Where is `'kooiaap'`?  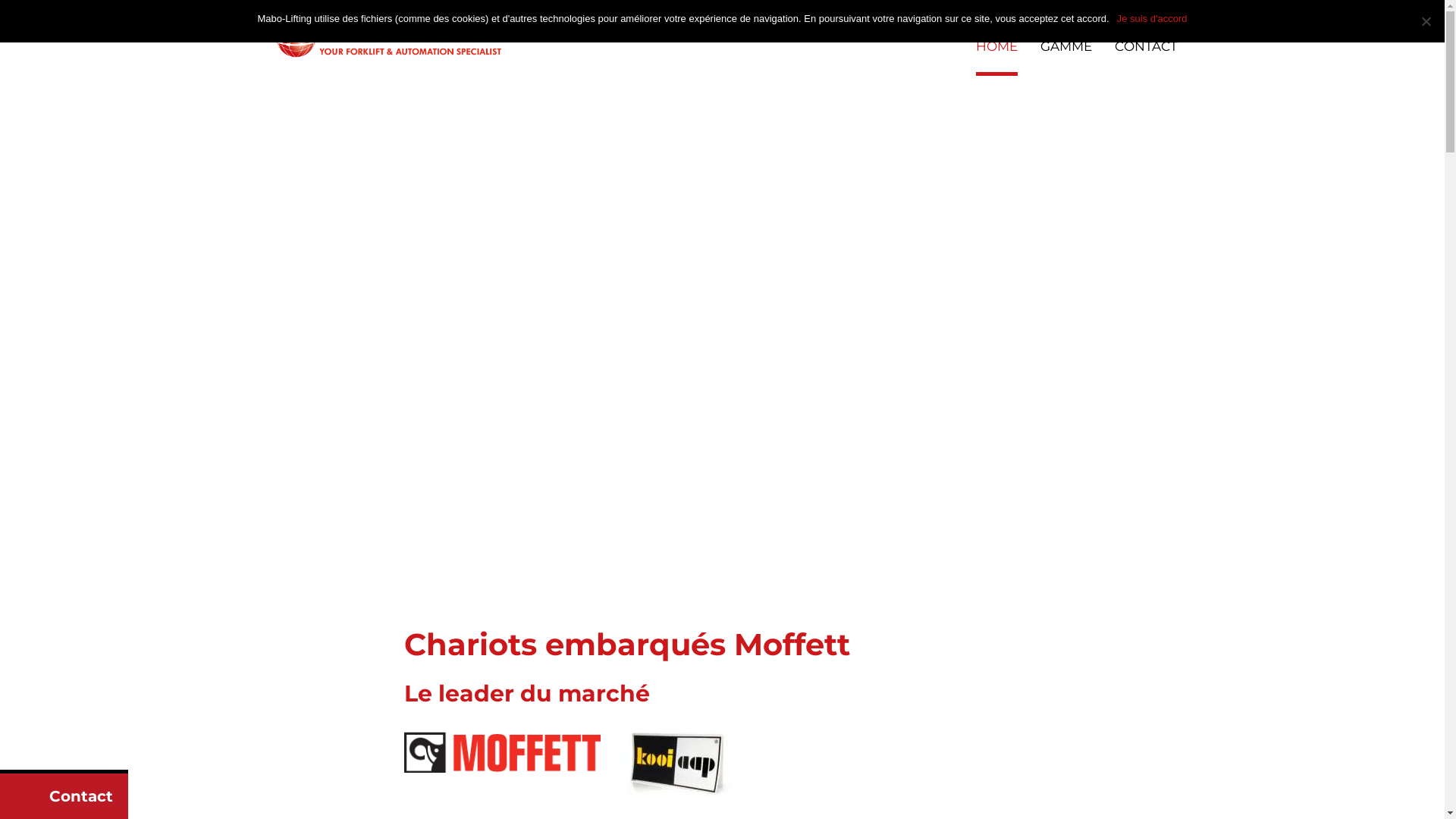
'kooiaap' is located at coordinates (623, 764).